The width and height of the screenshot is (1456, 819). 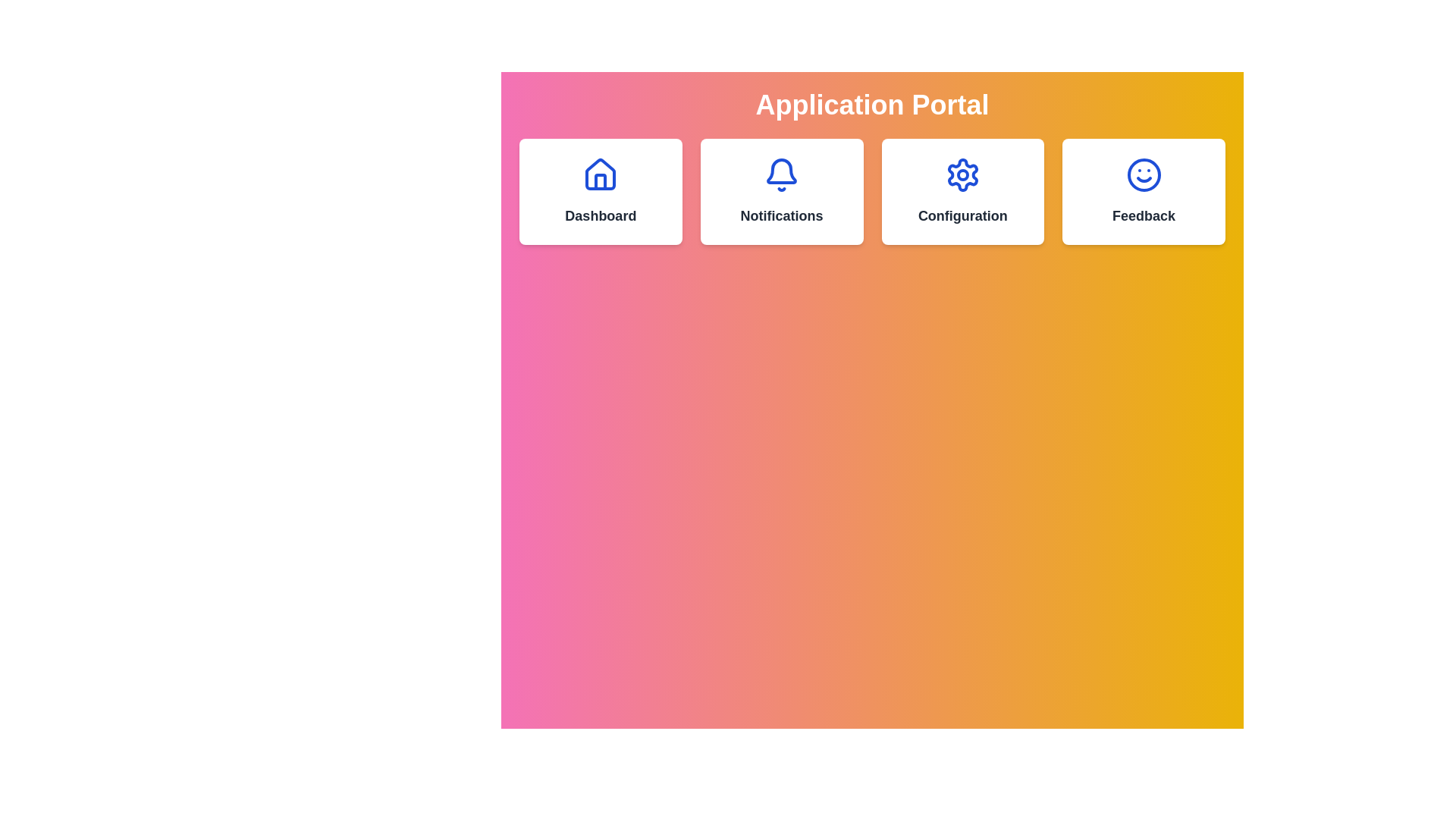 I want to click on text on the 'Dashboard' label, which is a bold black text located below a house icon within a card layout in the top-left quadrant of the interface, so click(x=600, y=216).